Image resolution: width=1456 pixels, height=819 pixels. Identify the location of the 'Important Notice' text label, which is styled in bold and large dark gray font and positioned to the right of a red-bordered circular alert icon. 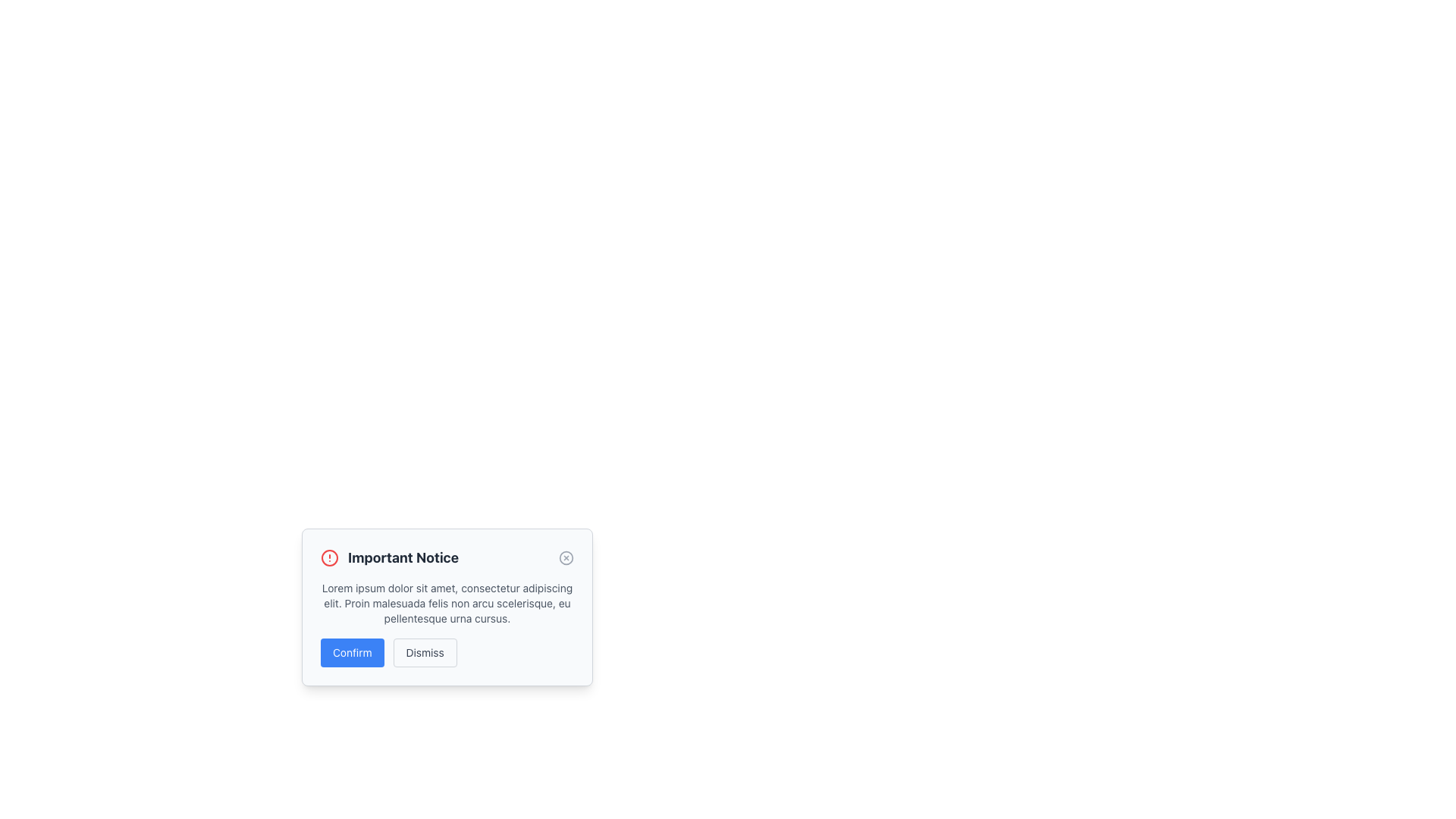
(403, 558).